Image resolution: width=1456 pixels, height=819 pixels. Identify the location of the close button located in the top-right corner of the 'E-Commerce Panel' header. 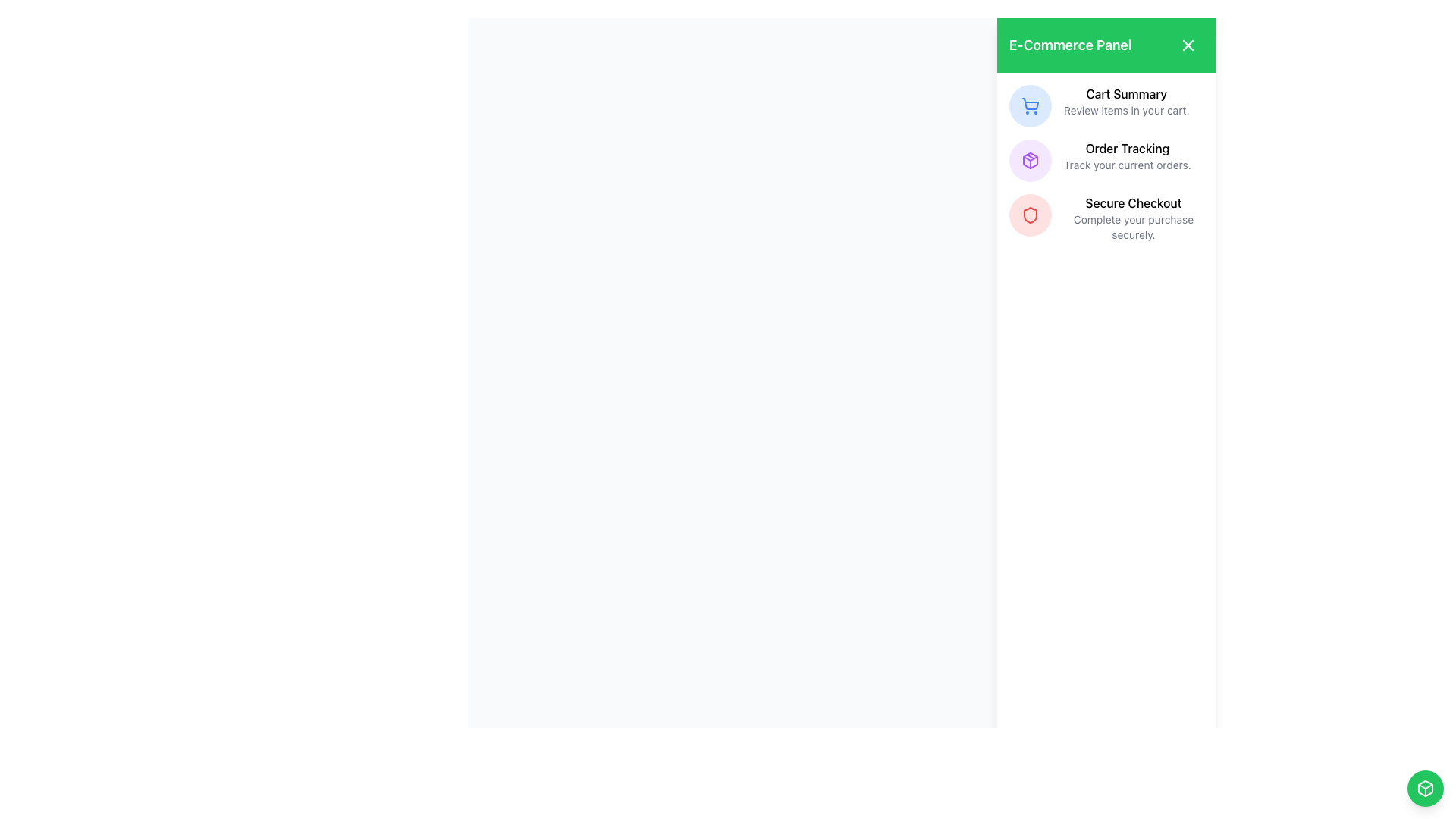
(1187, 45).